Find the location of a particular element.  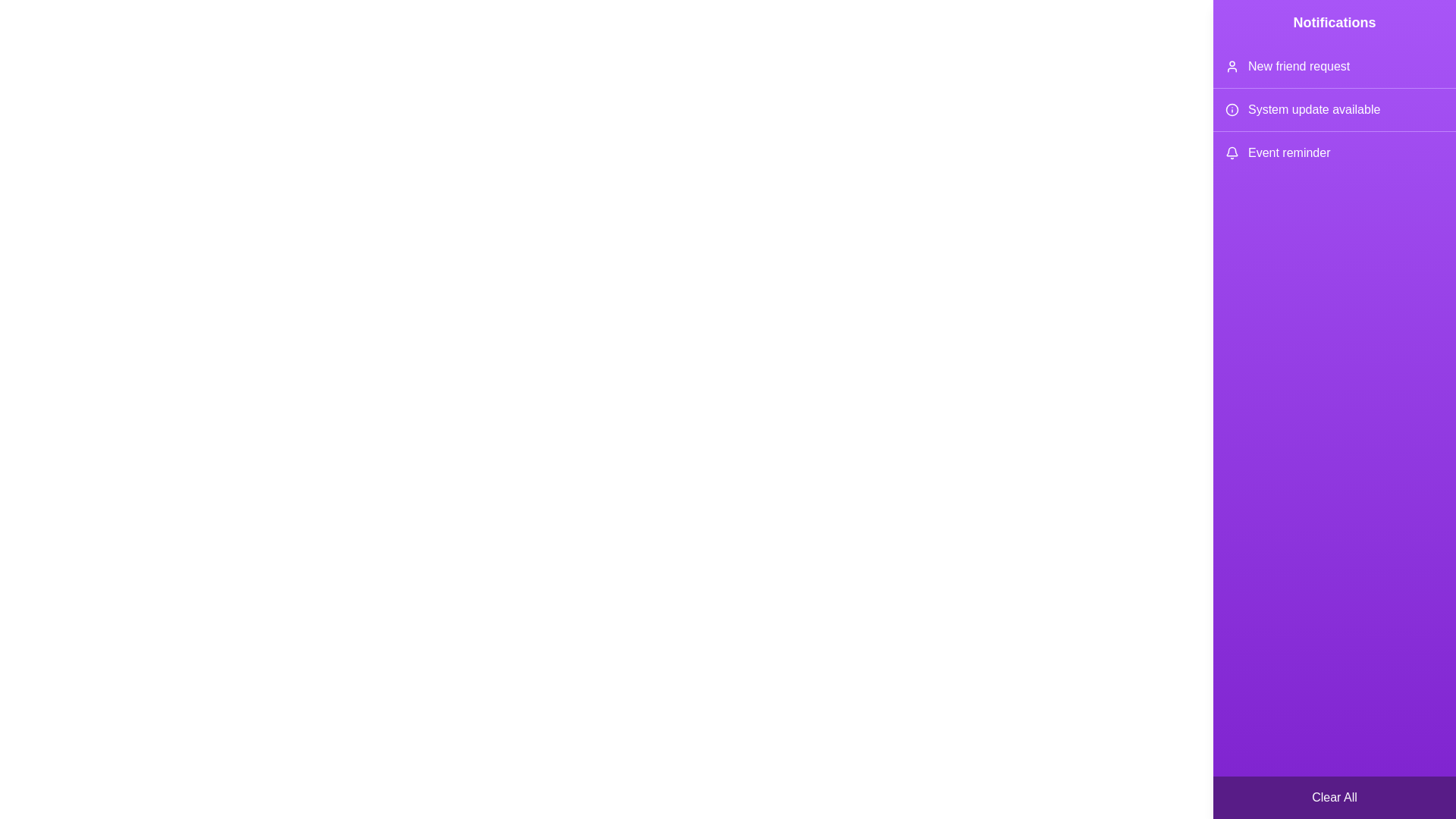

toggle button to toggle the visibility of the notification drawer is located at coordinates (1426, 29).